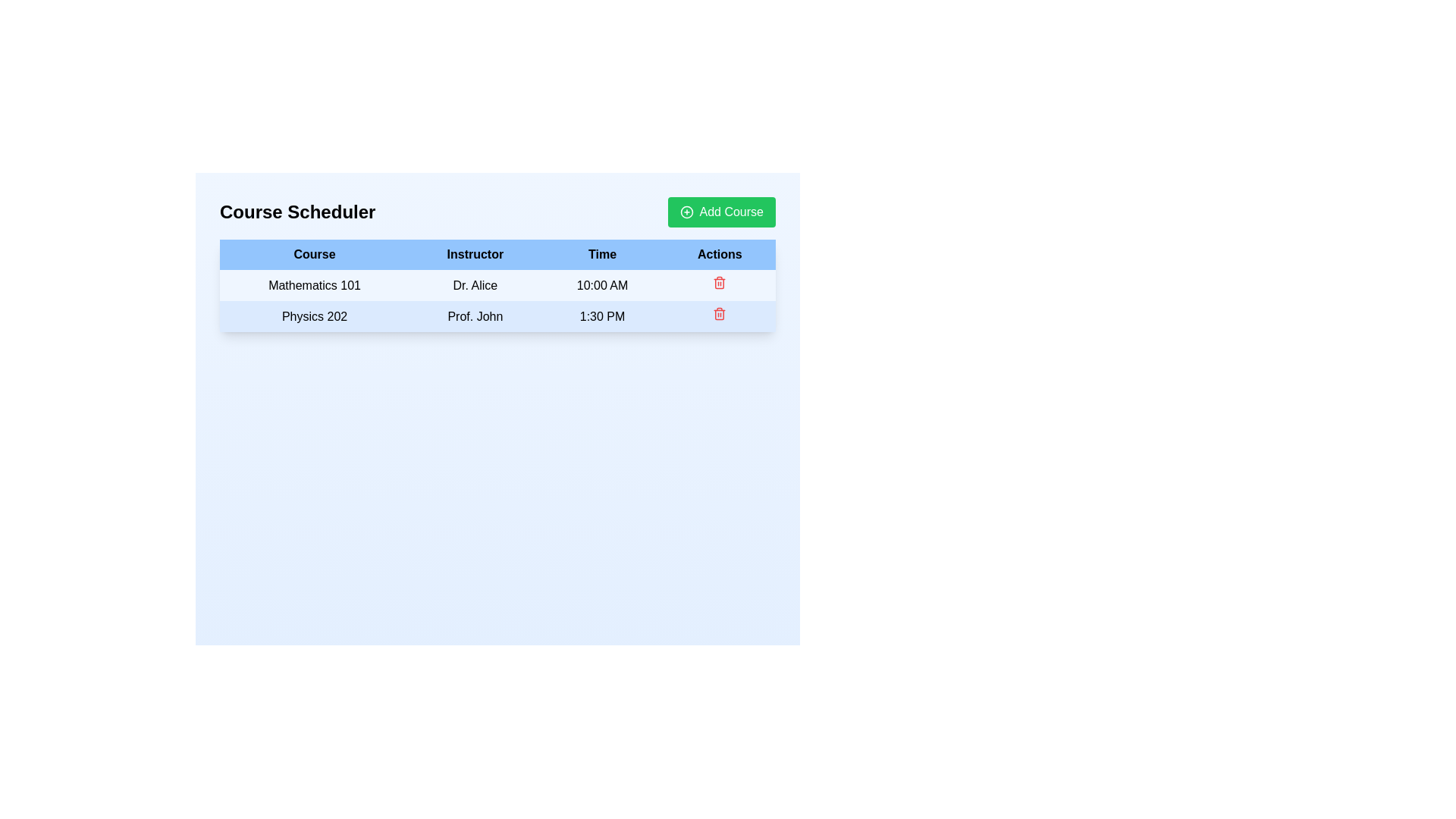 The image size is (1456, 819). I want to click on the 'Physics 202' text label, which denotes the course name and is positioned in the 'Course' column of the second row of the course details table, so click(314, 315).